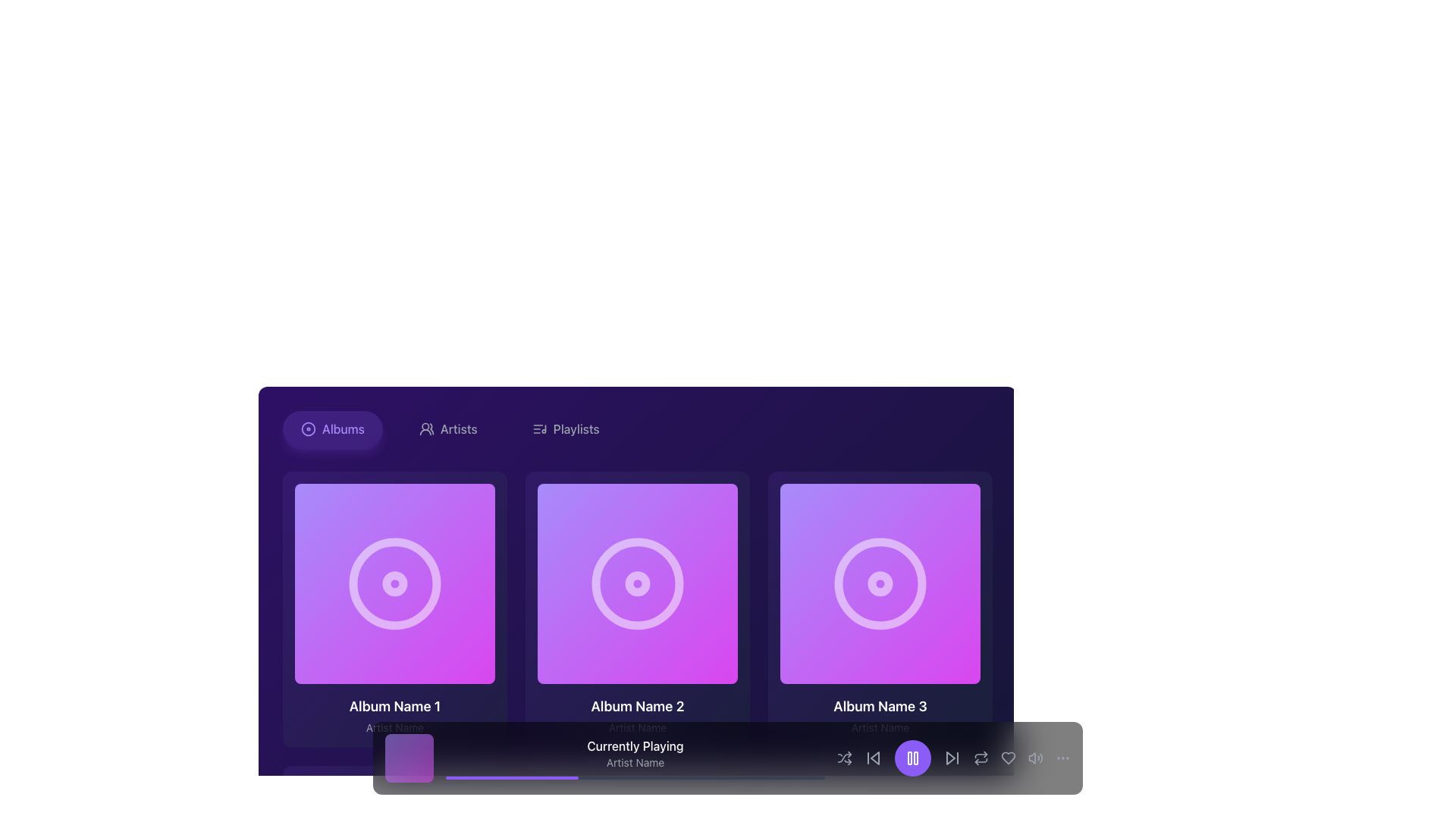  I want to click on the slider, so click(726, 778).